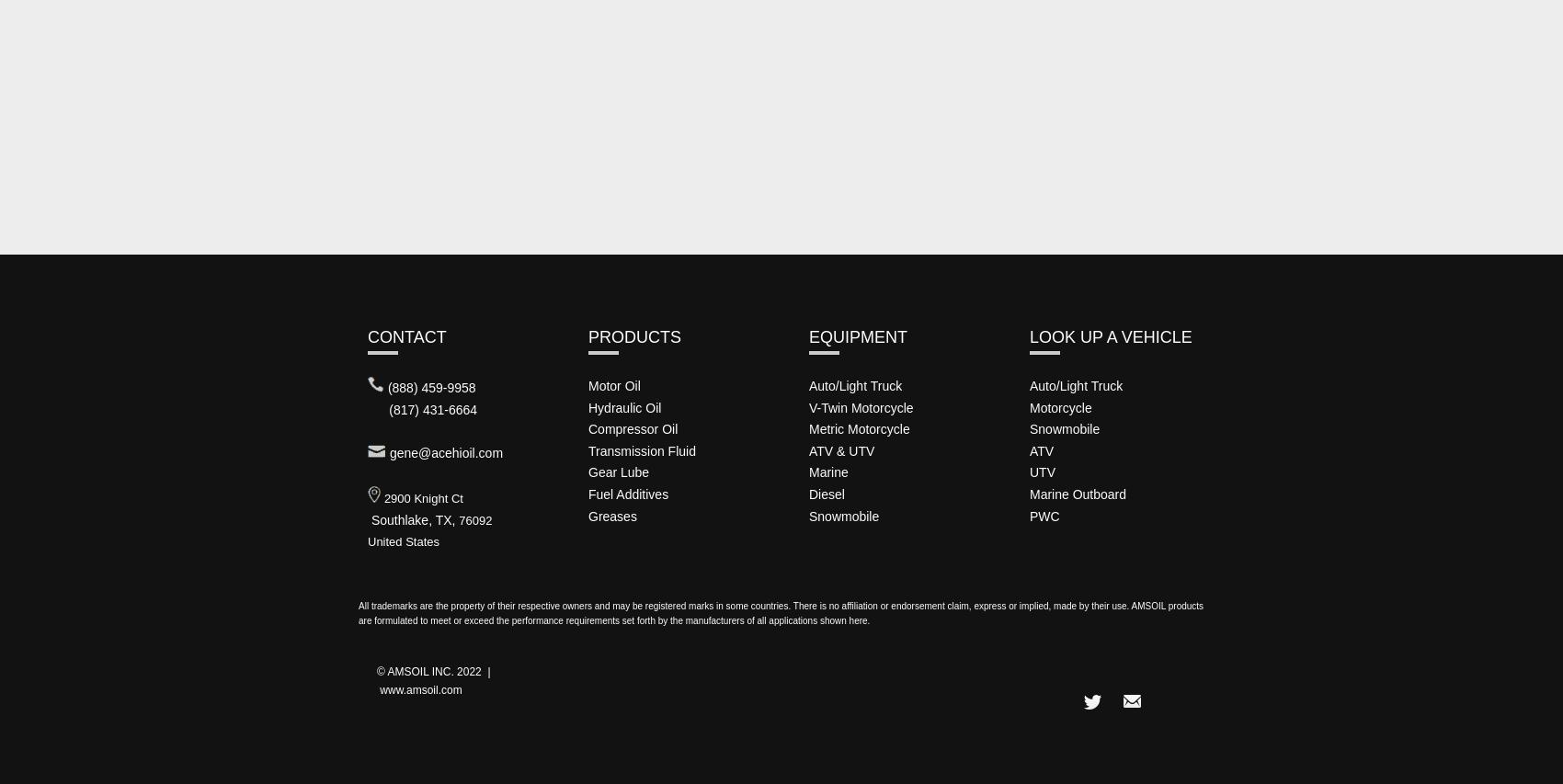  I want to click on 'Fuel Additives', so click(628, 493).